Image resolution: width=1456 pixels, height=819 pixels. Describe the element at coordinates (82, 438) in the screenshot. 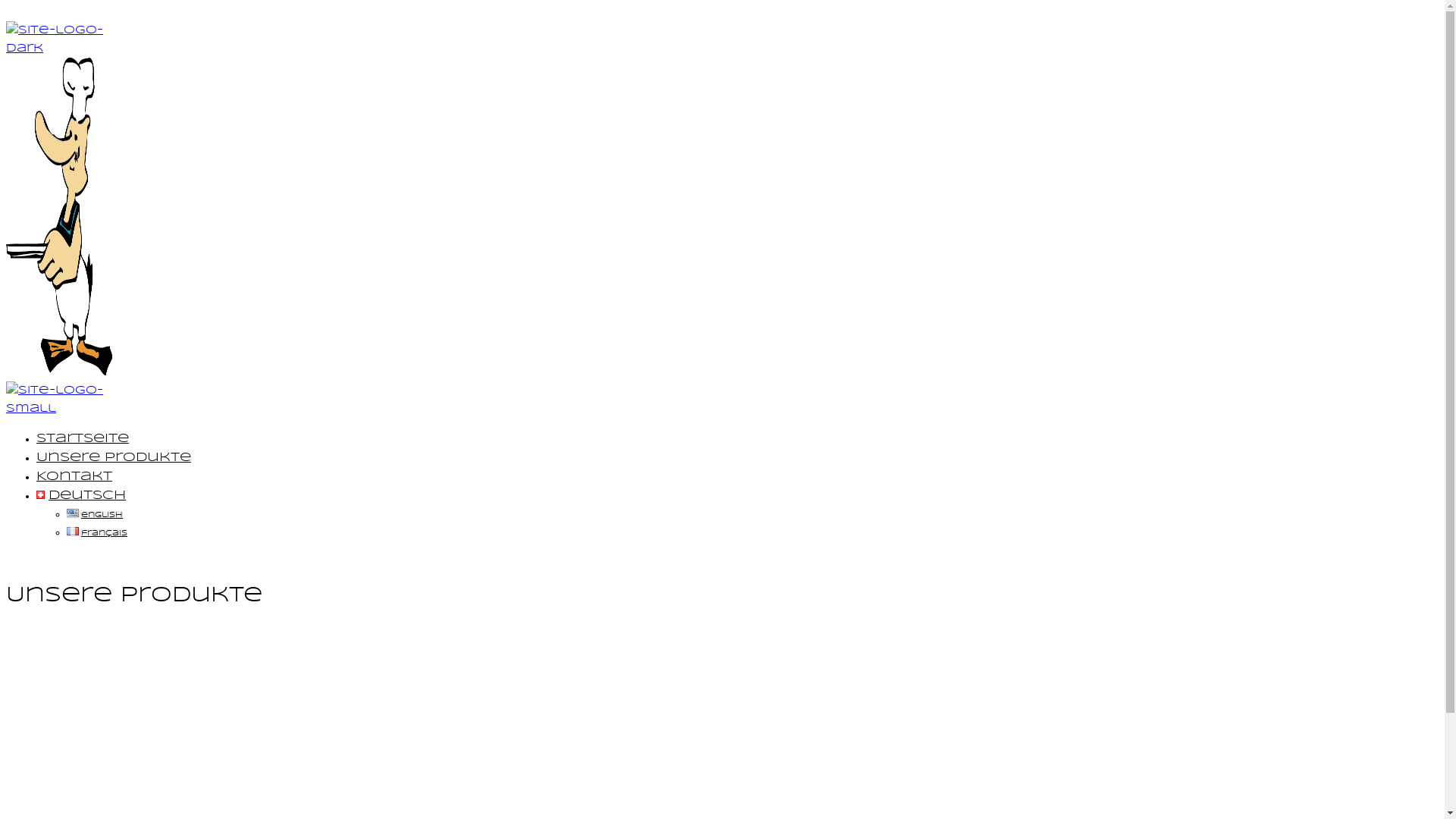

I see `'Startseite'` at that location.